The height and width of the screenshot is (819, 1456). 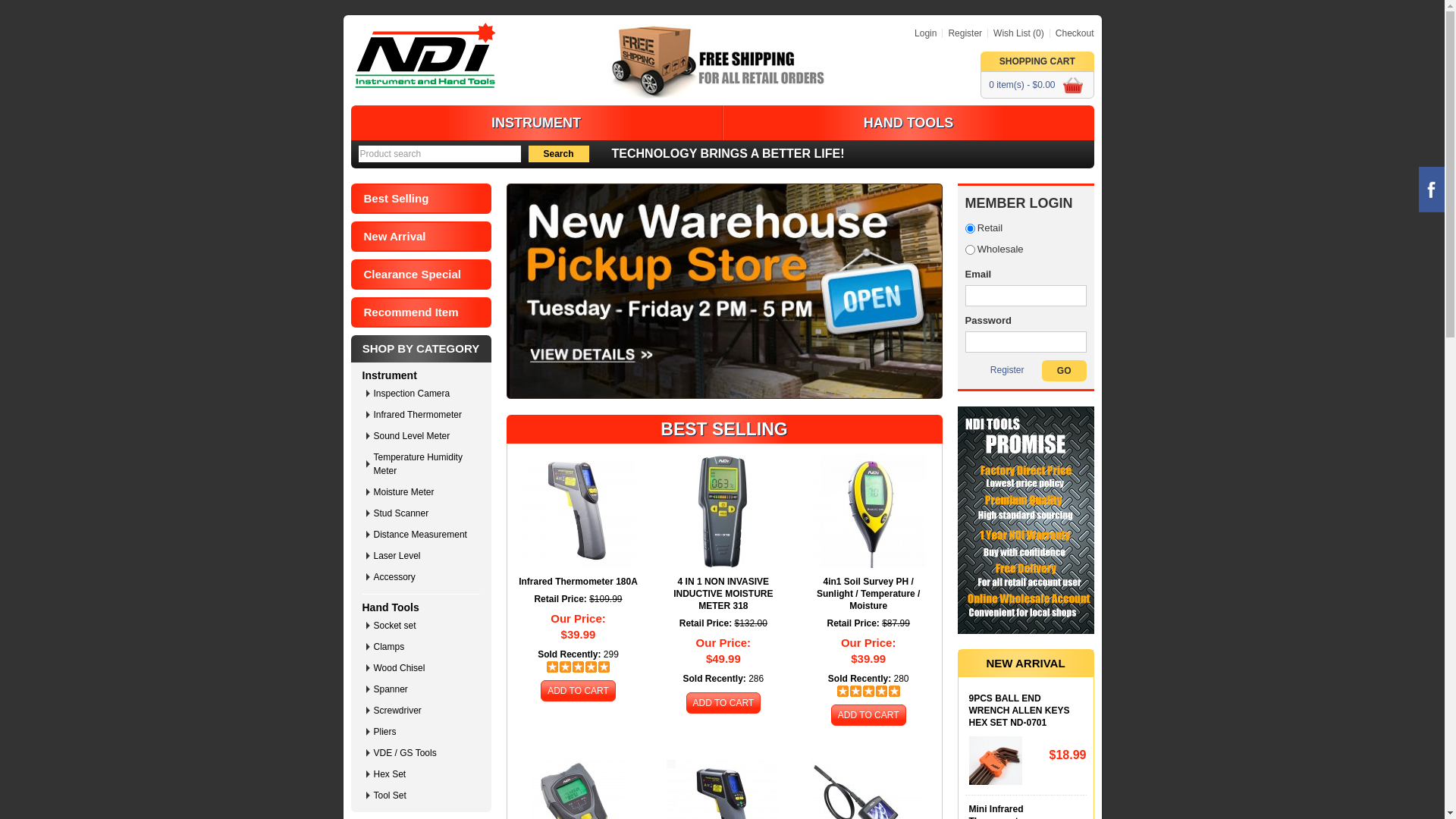 I want to click on 'Pliers', so click(x=372, y=730).